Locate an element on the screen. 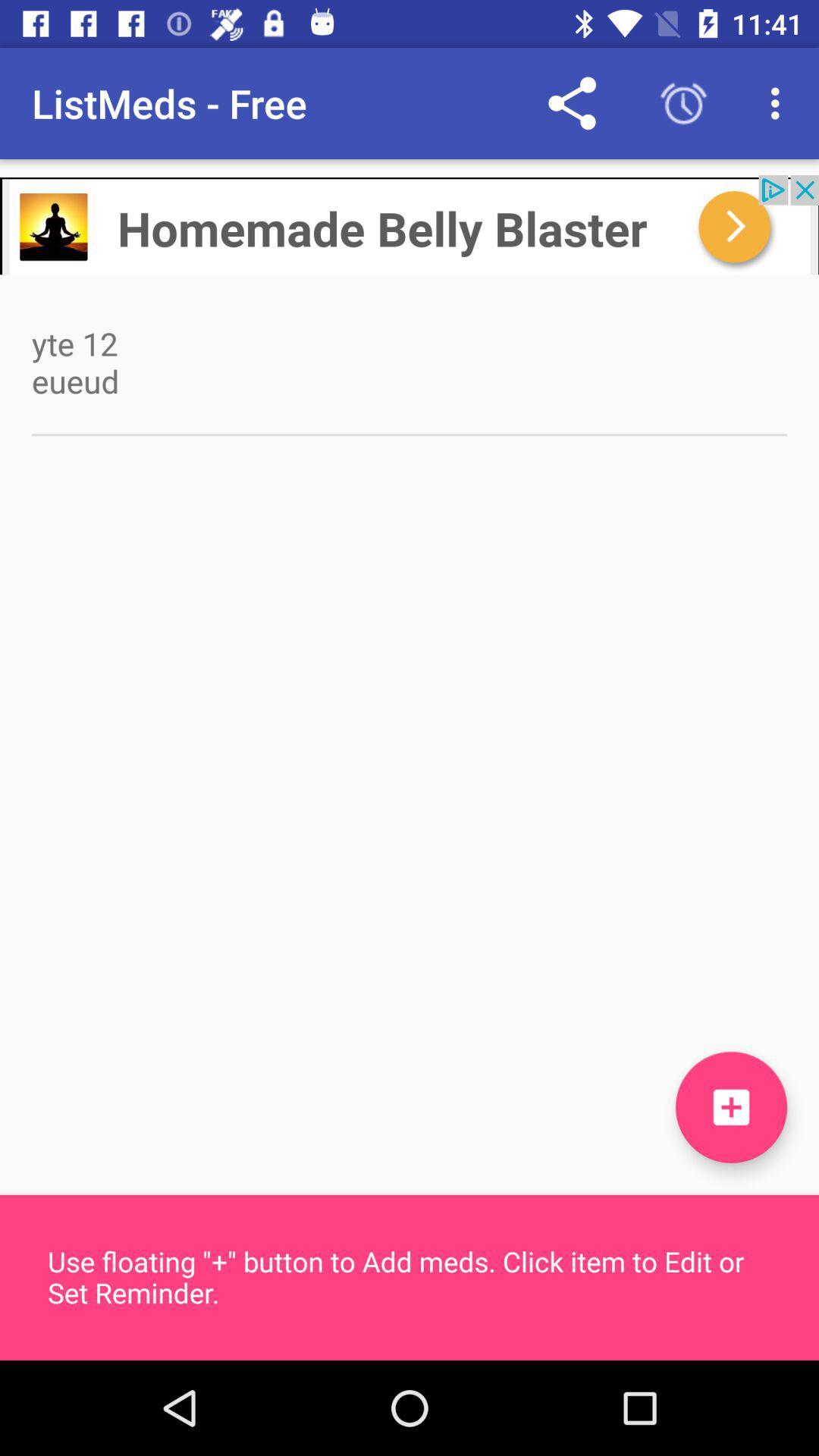 The width and height of the screenshot is (819, 1456). meds is located at coordinates (730, 1107).